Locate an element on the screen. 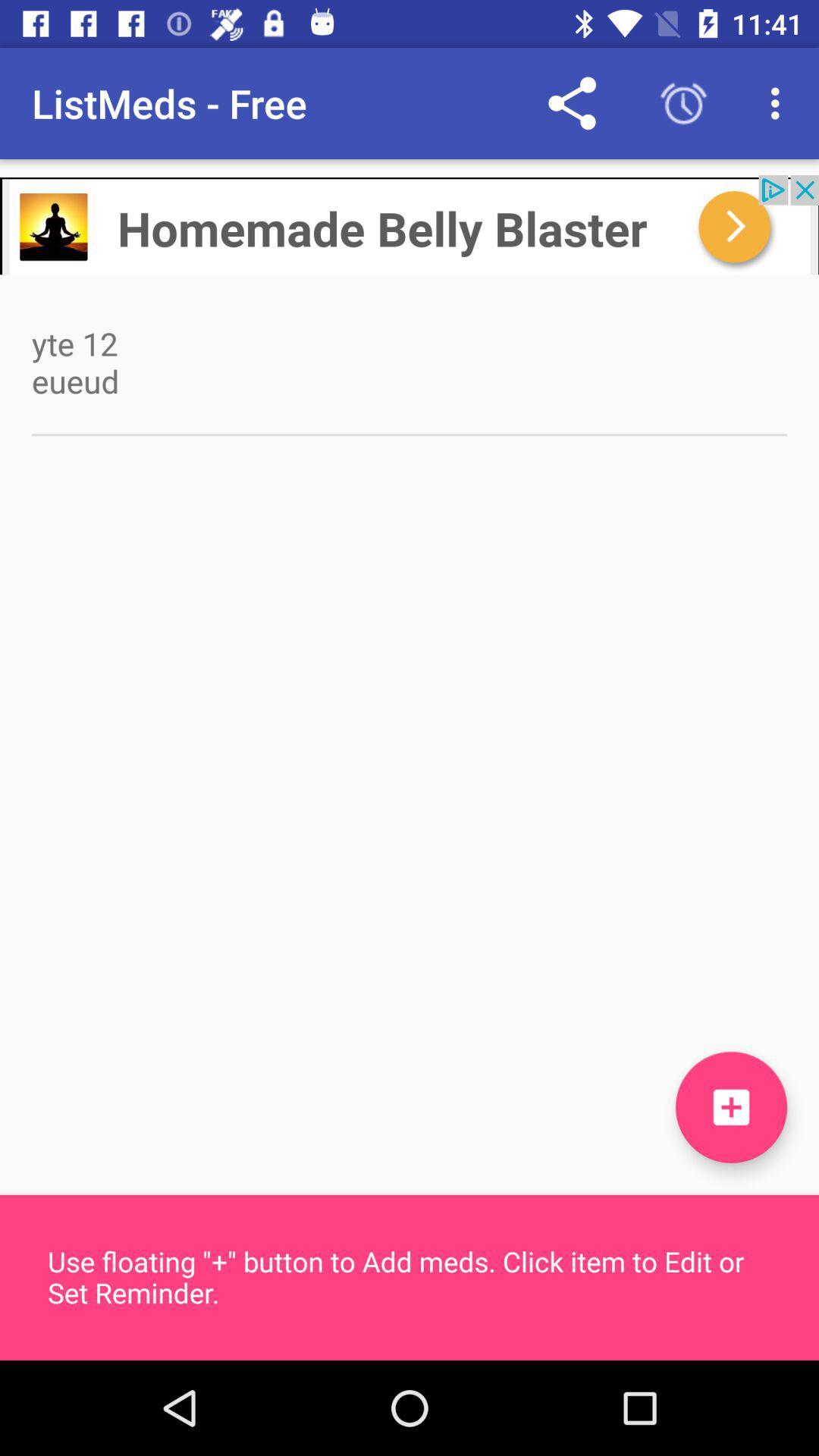 The width and height of the screenshot is (819, 1456). meds is located at coordinates (730, 1107).